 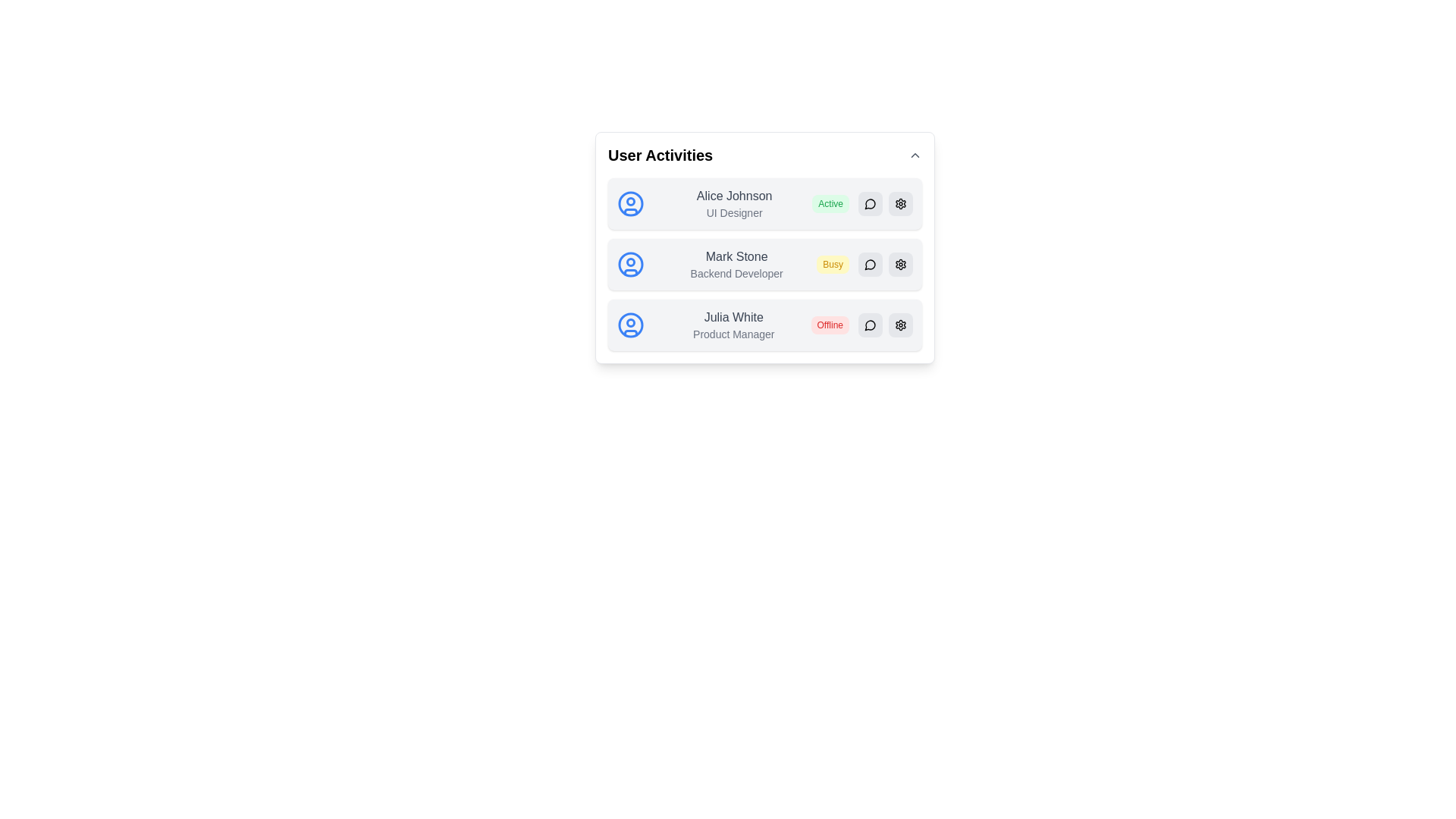 I want to click on the button to the right of the 'Active' status tag for the user 'Alice Johnson' in the 'User Activities' component to initiate an action, so click(x=870, y=203).